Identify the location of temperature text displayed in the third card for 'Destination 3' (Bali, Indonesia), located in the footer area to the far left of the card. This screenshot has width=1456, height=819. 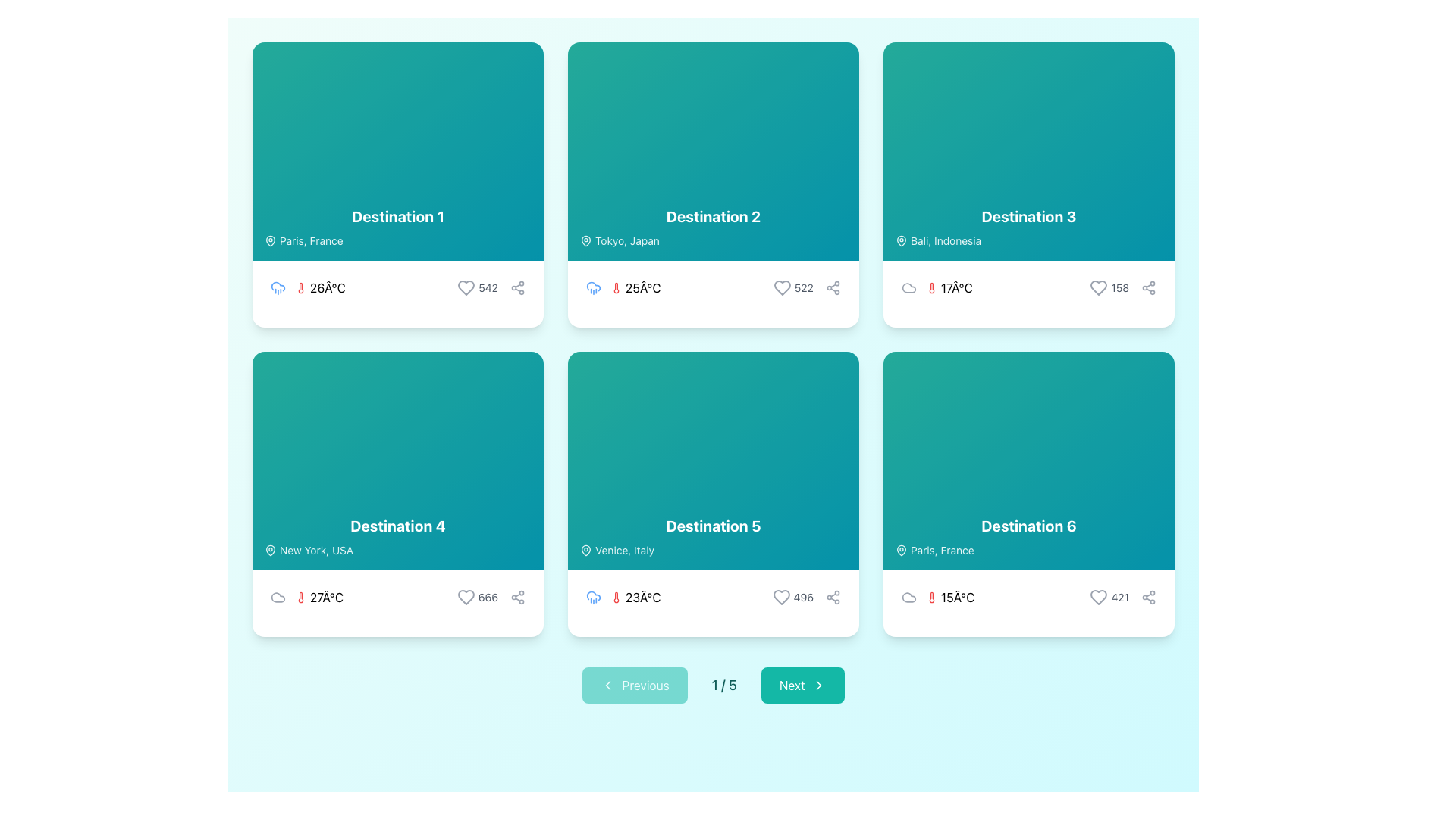
(948, 288).